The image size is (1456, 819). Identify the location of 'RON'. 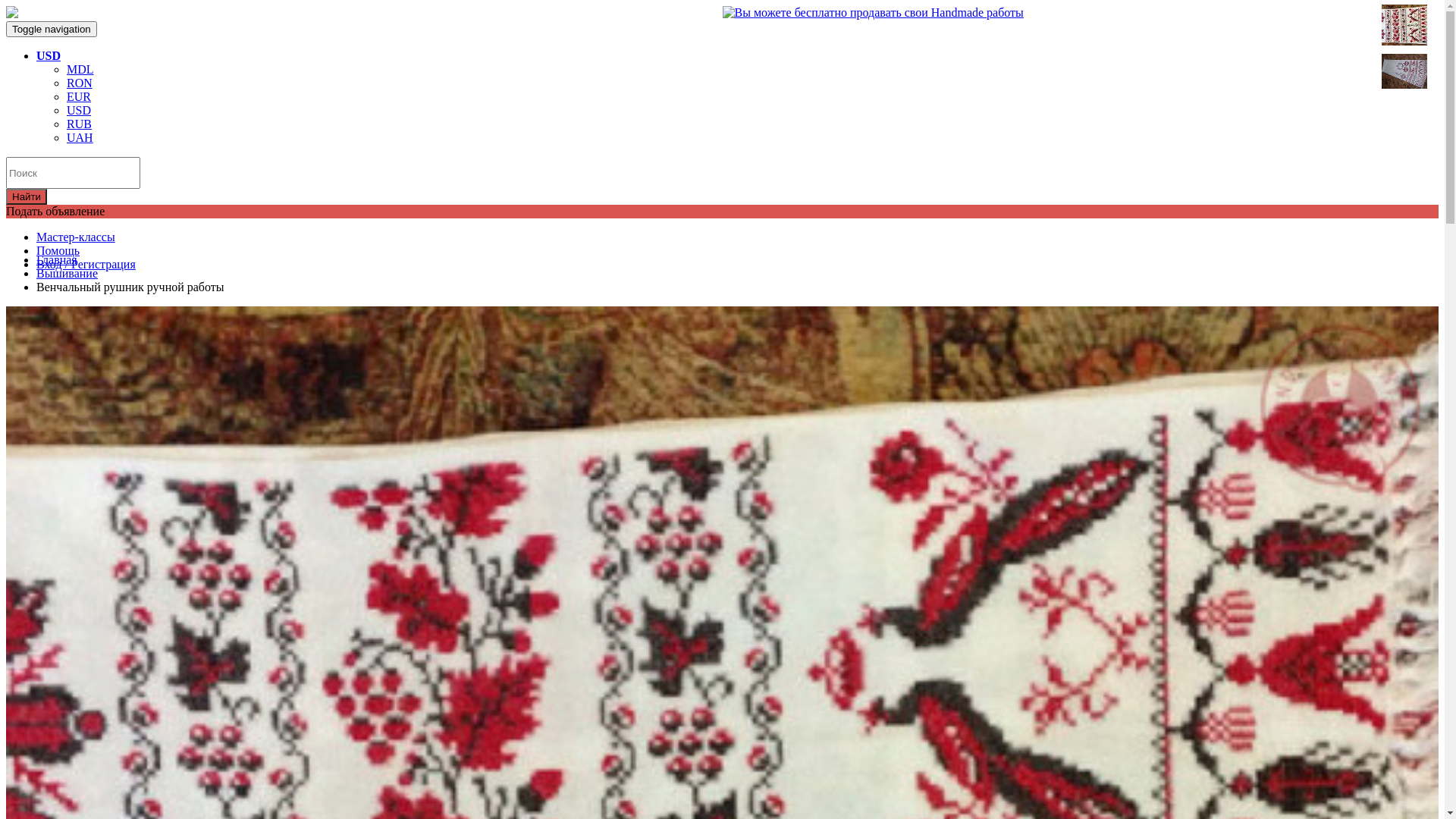
(79, 83).